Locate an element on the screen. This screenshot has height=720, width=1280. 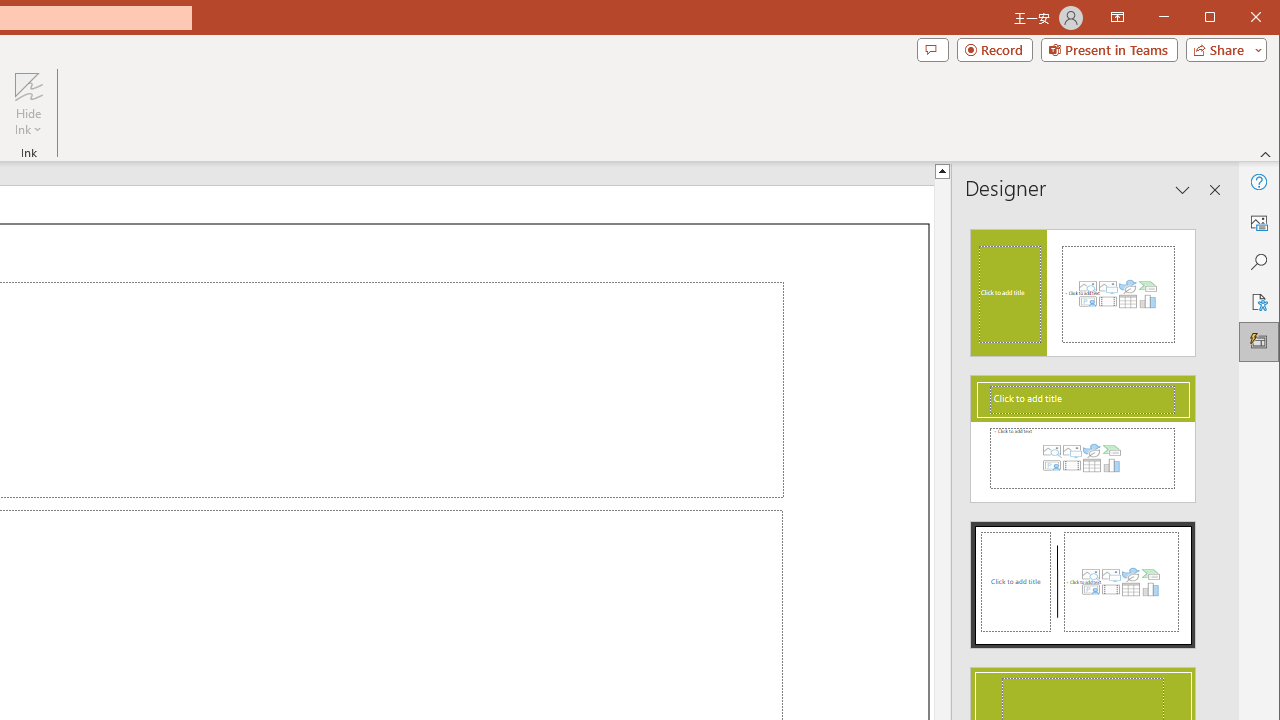
'Design Idea' is located at coordinates (1081, 579).